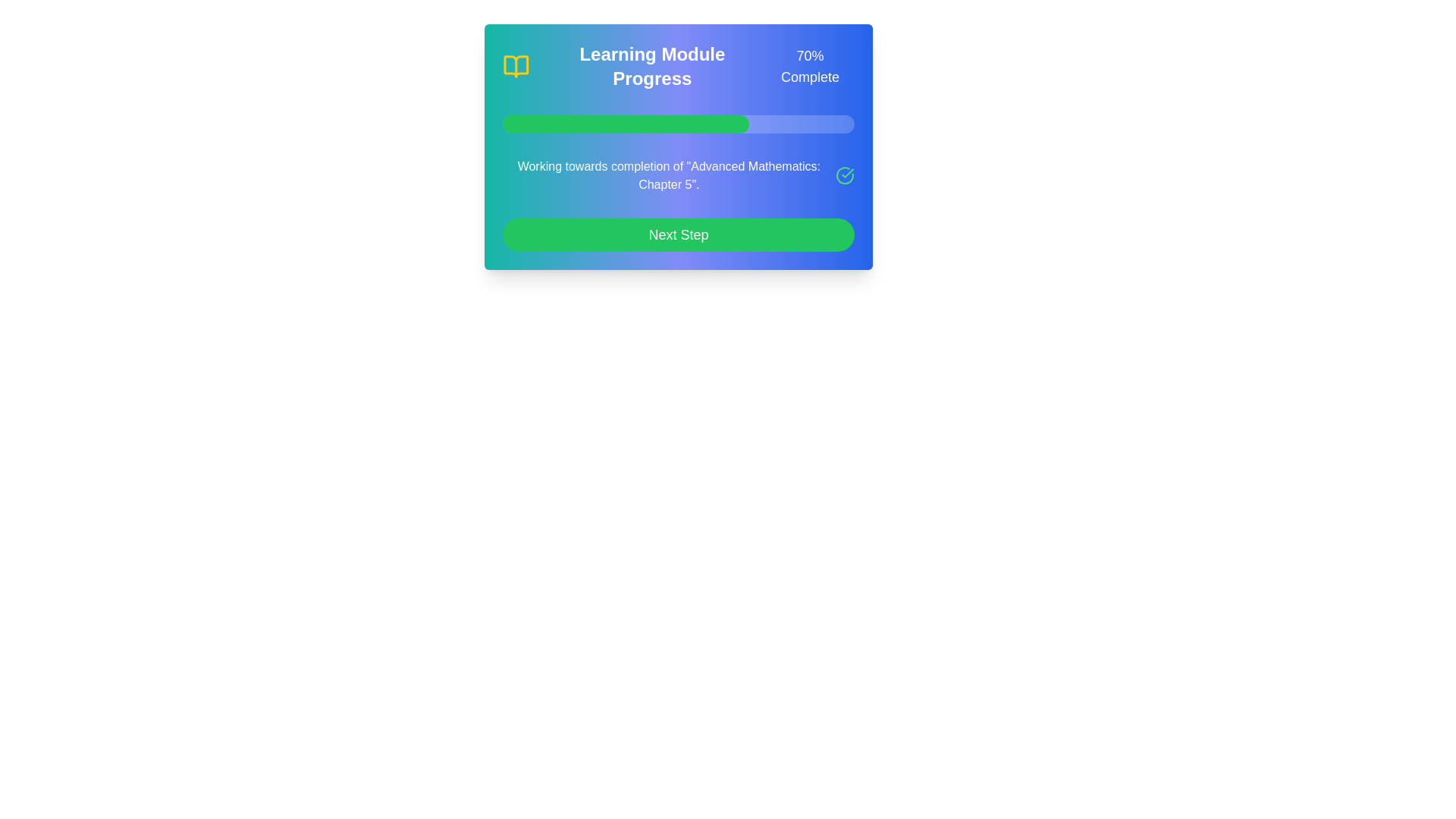 This screenshot has height=819, width=1456. What do you see at coordinates (668, 174) in the screenshot?
I see `the static text label that informs the user about the current progress status of their activity on 'Advanced Mathematics: Chapter 5', located above the green 'Next Step' button and below a horizontal progress bar` at bounding box center [668, 174].